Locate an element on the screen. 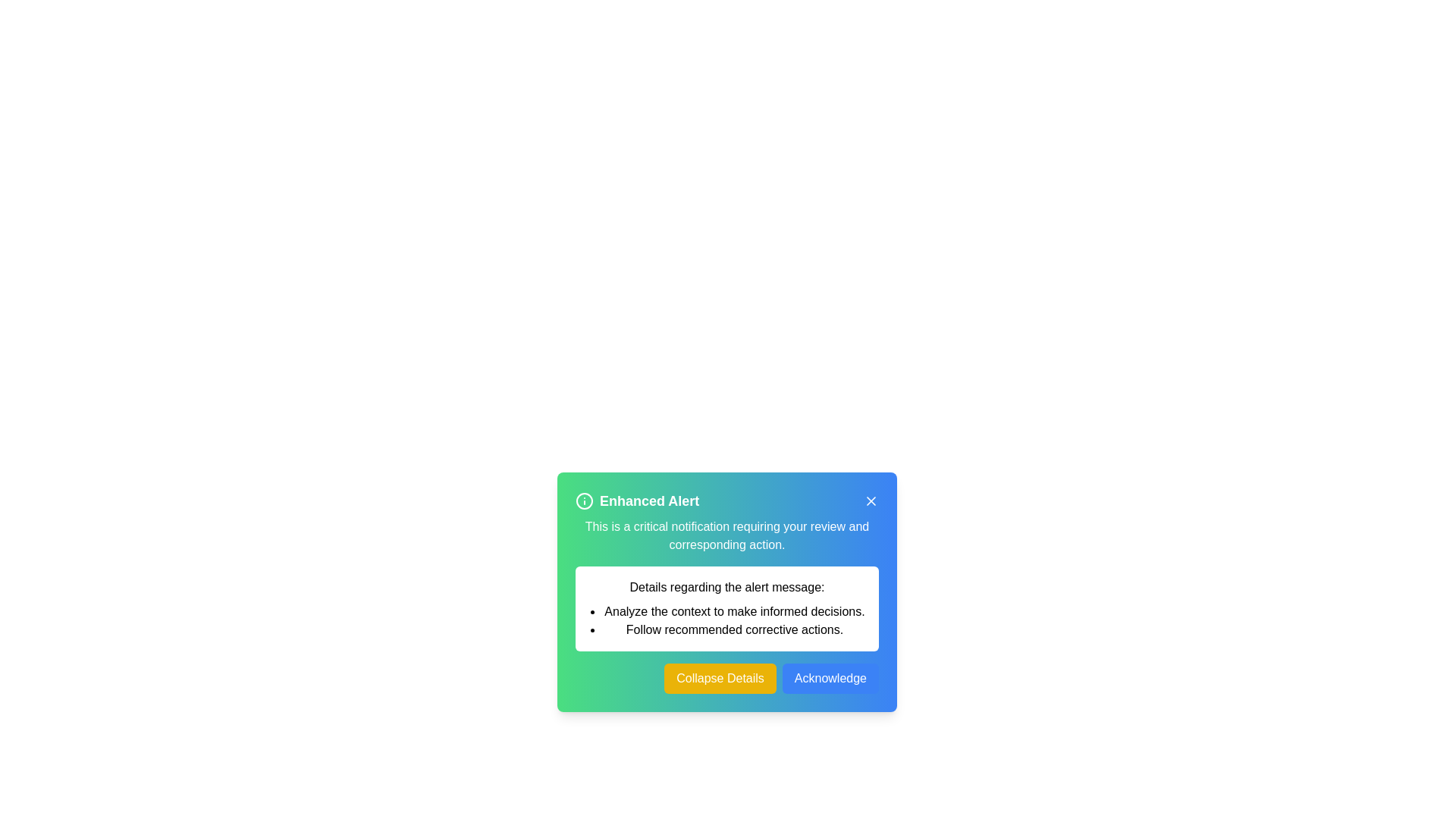 The width and height of the screenshot is (1456, 819). text from the informational panel located centrally below the header 'This is a critical notification requiring your review and corresponding action.' is located at coordinates (726, 607).